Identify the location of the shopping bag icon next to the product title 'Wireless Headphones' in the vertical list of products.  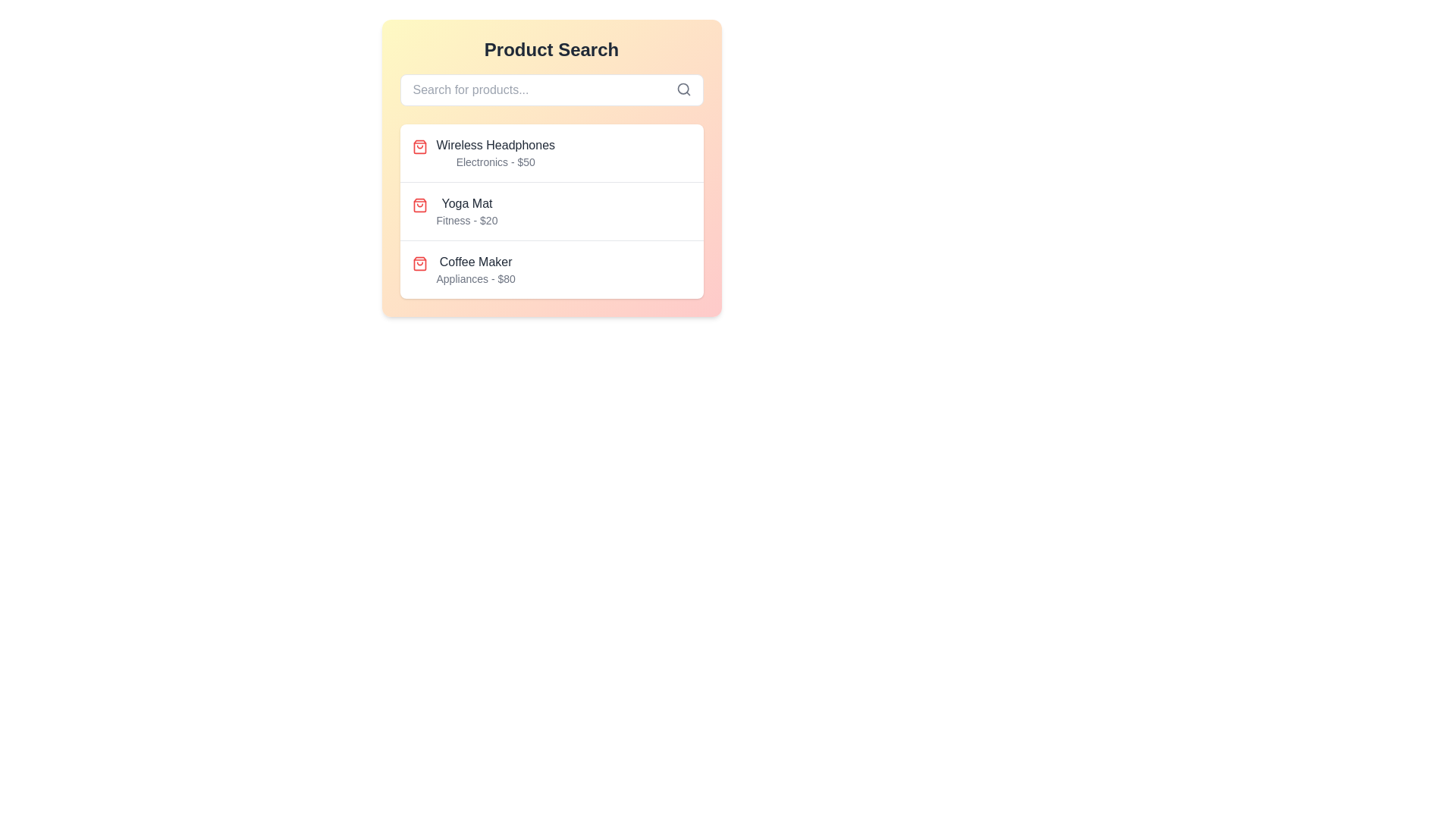
(419, 146).